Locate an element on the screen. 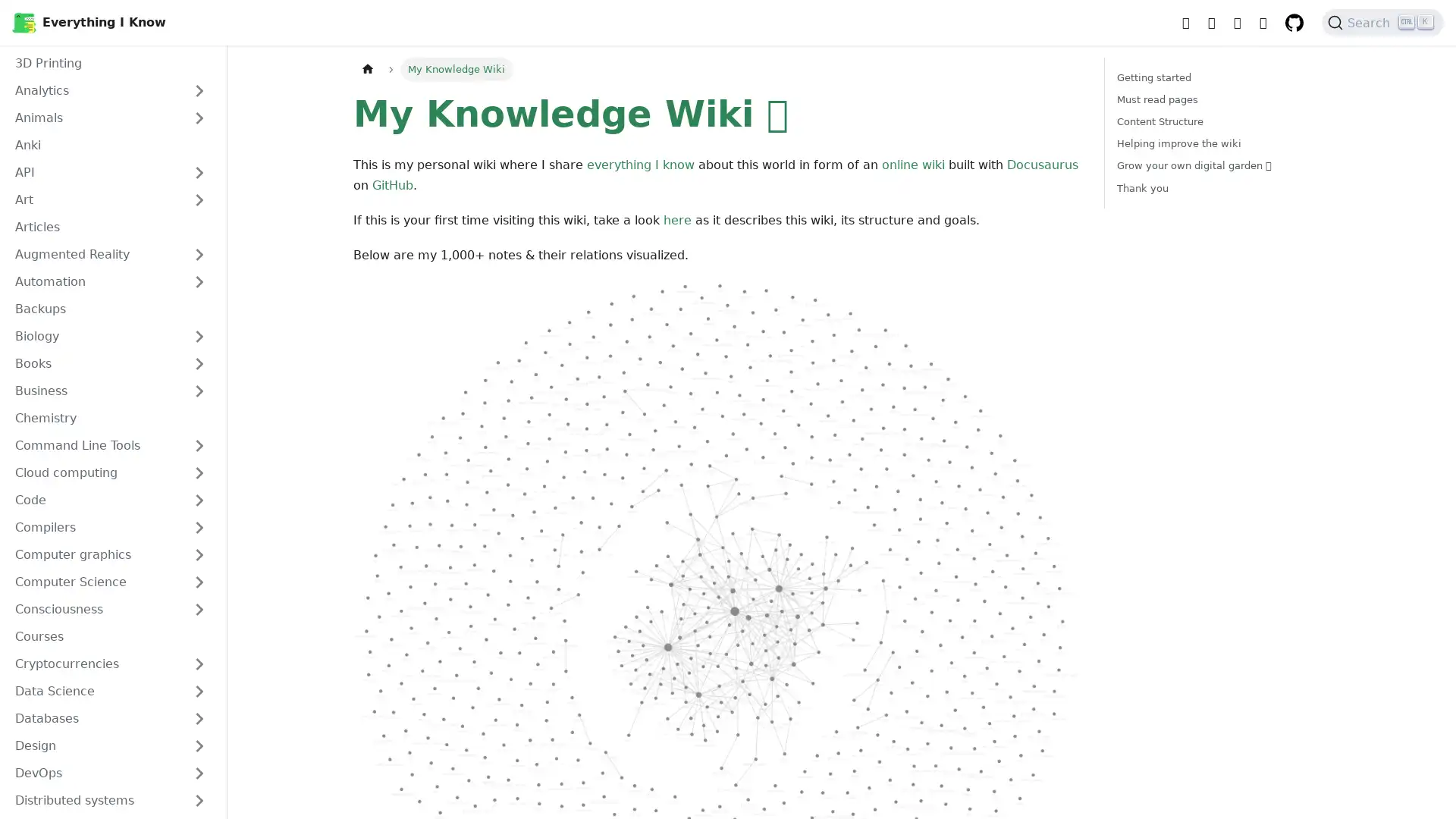 The height and width of the screenshot is (819, 1456). Toggle the collapsible sidebar category 'Biology' is located at coordinates (199, 335).